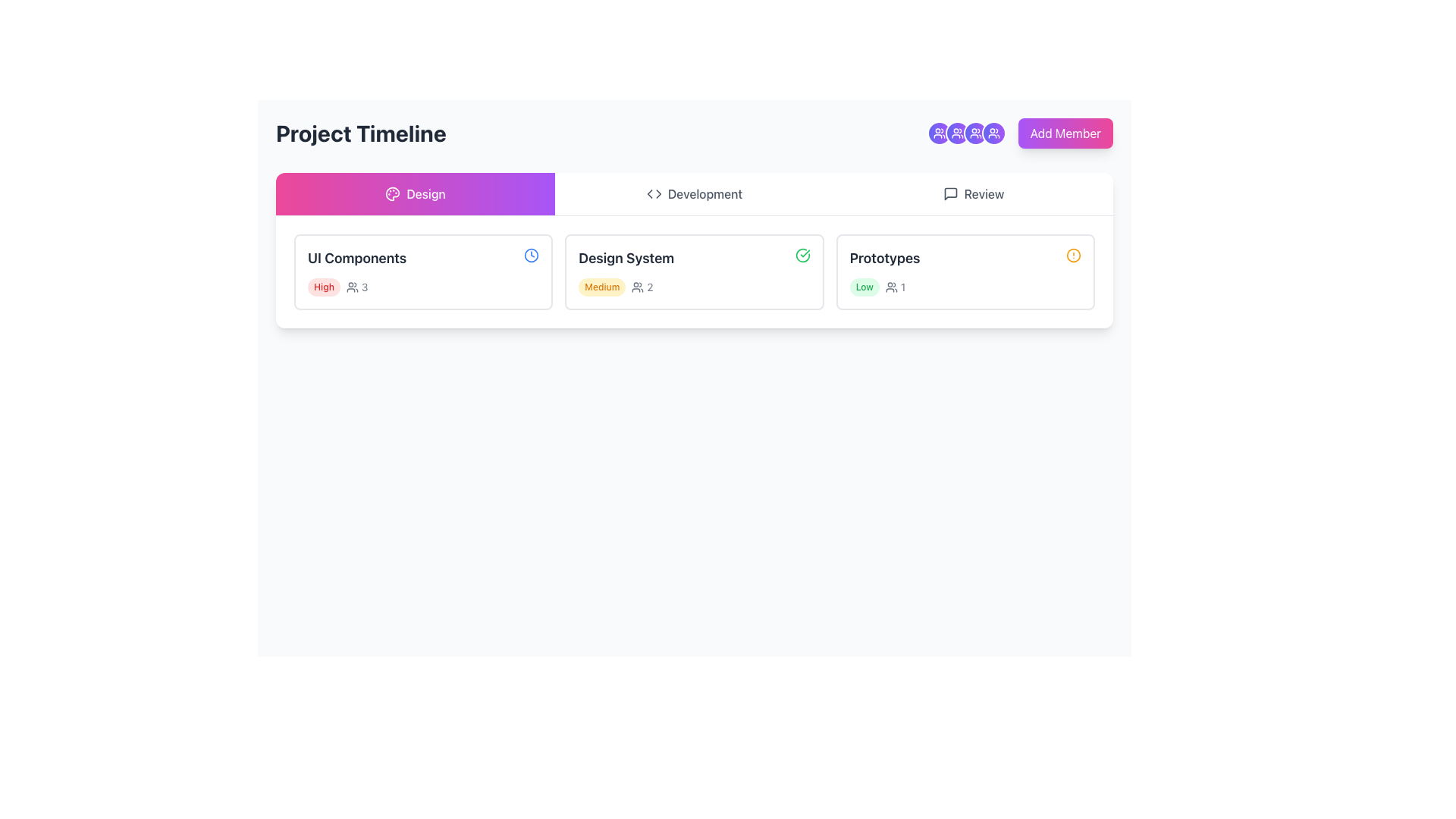 The height and width of the screenshot is (819, 1456). What do you see at coordinates (425, 193) in the screenshot?
I see `the text label that reads 'Design', which is styled in white on a gradient background transitioning from pink to purple` at bounding box center [425, 193].